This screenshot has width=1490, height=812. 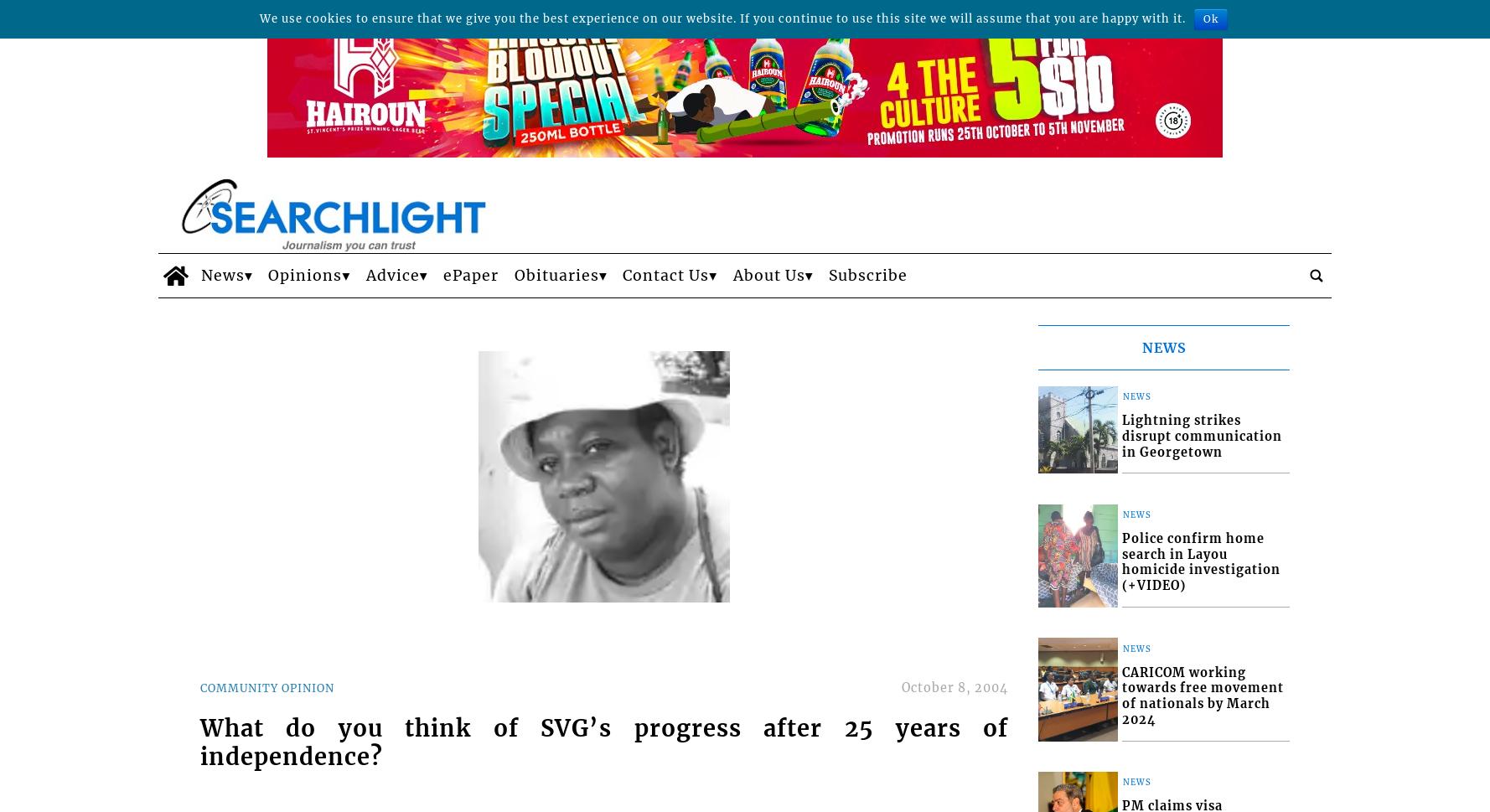 What do you see at coordinates (1202, 696) in the screenshot?
I see `'CARICOM working towards free movement of nationals by March 2024'` at bounding box center [1202, 696].